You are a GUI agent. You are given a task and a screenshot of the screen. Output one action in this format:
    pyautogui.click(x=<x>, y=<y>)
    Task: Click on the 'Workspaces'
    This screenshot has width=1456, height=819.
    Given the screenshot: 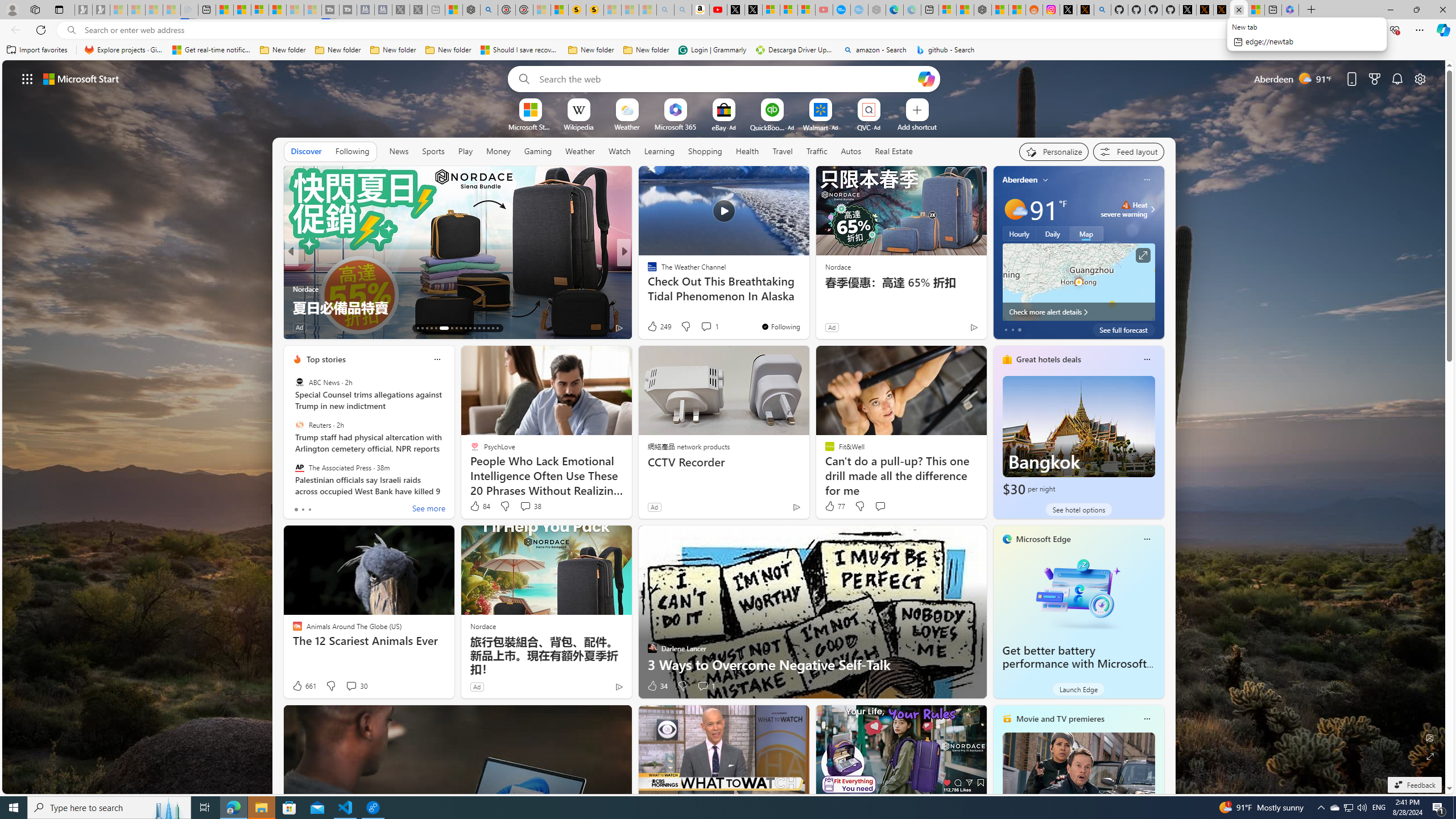 What is the action you would take?
    pyautogui.click(x=35, y=9)
    